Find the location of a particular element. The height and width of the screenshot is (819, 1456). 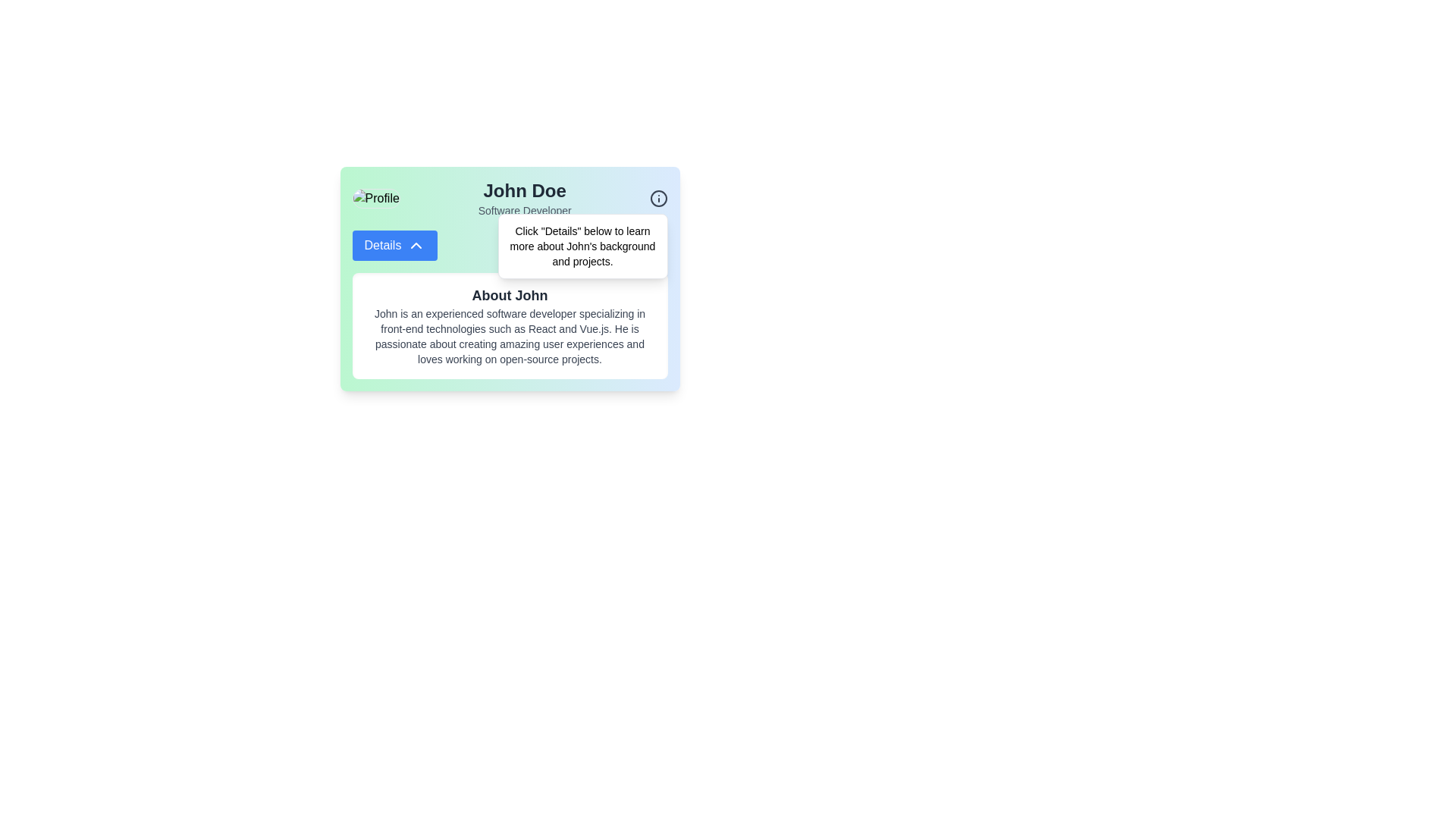

the circular profile image located at the top-left of the card interface, which displays a placeholder profile picture and is positioned to the left of the text 'John Doe' and 'Software Developer' is located at coordinates (376, 198).